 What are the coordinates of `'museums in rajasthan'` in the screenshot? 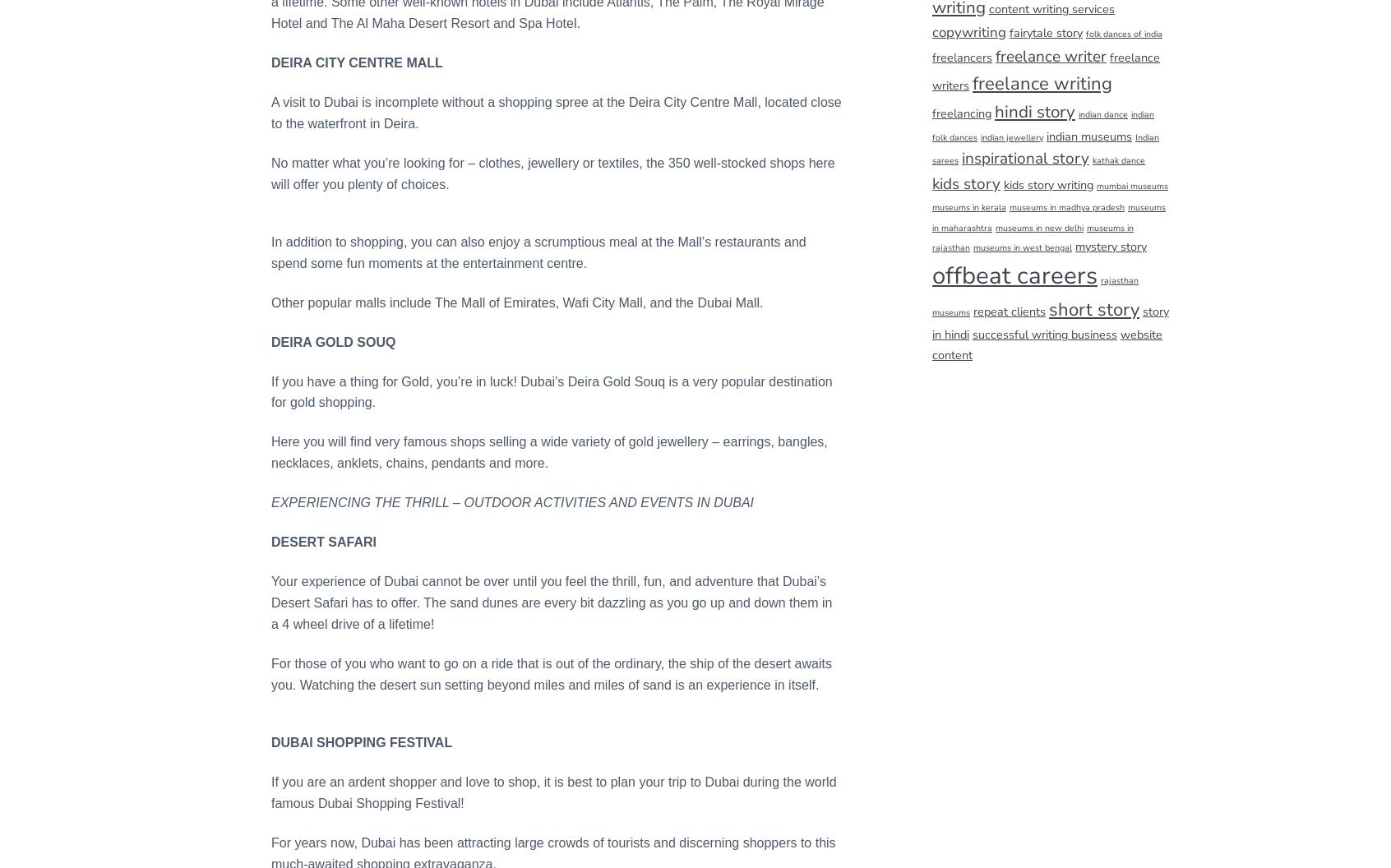 It's located at (1033, 237).